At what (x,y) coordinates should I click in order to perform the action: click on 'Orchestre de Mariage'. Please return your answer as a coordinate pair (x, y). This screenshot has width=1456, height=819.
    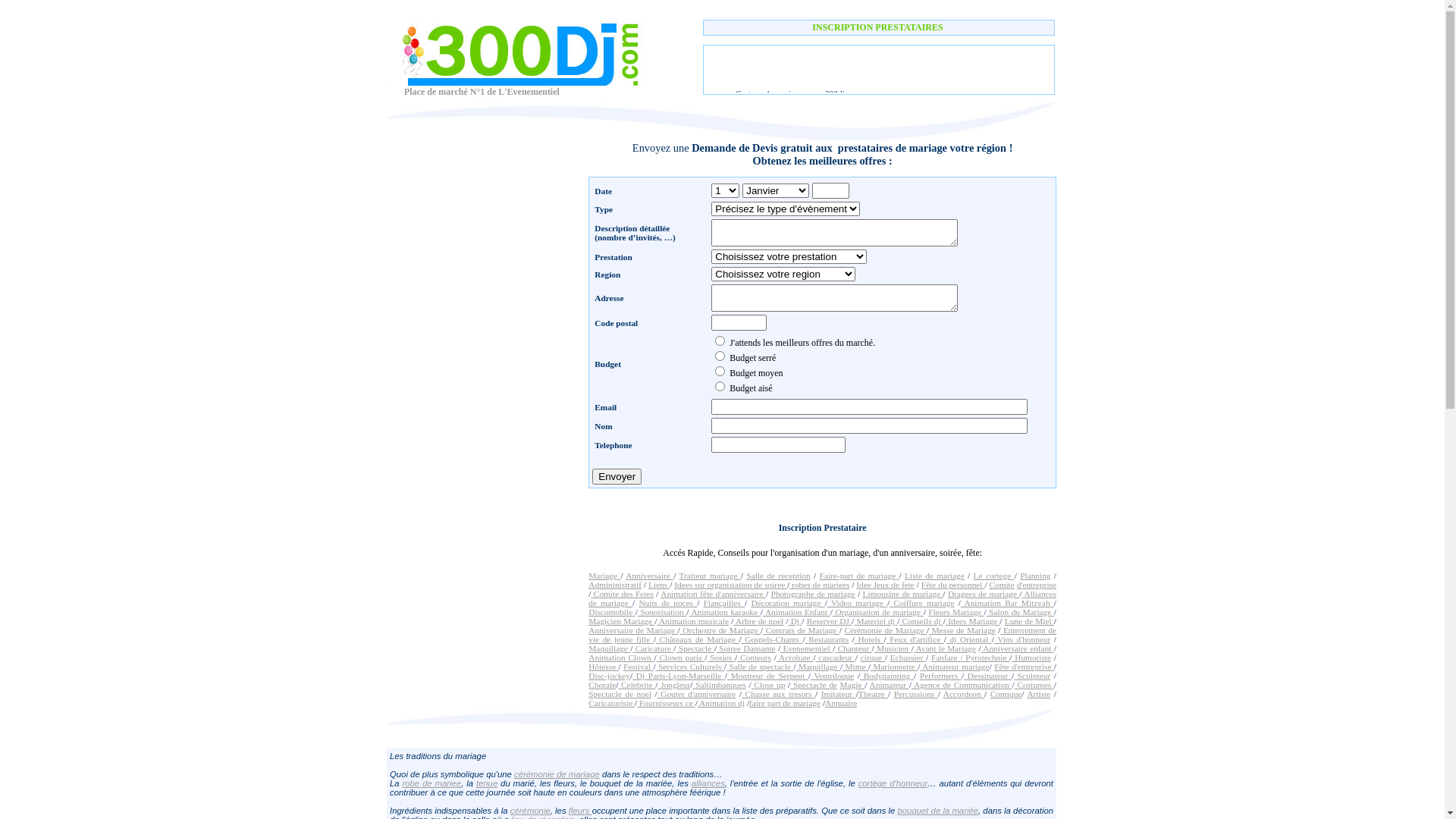
    Looking at the image, I should click on (720, 629).